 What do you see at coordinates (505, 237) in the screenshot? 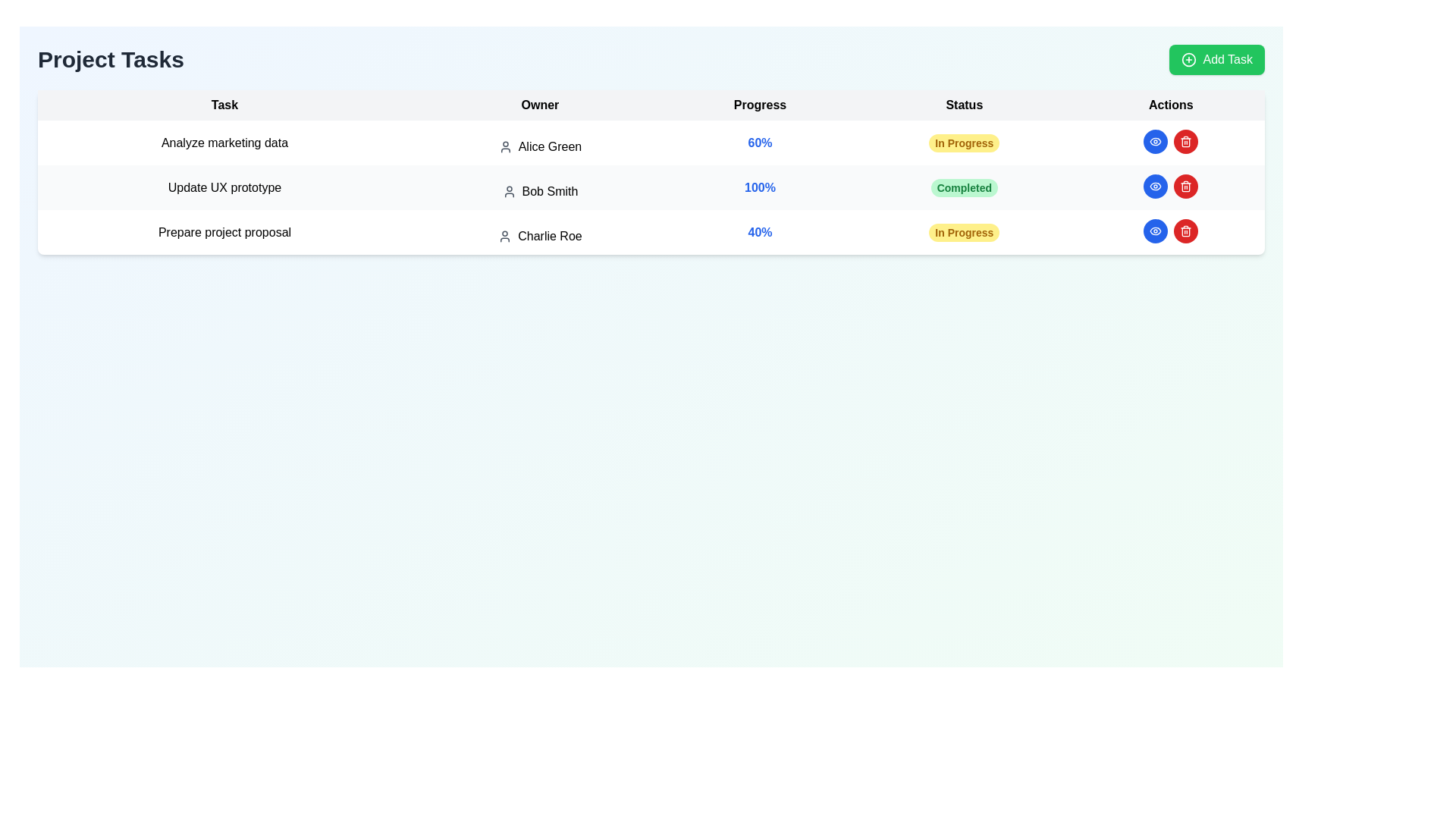
I see `the visual indicator icon located in the 'Owner' column next to 'Charlie Roe' for the task 'Prepare project proposal'` at bounding box center [505, 237].